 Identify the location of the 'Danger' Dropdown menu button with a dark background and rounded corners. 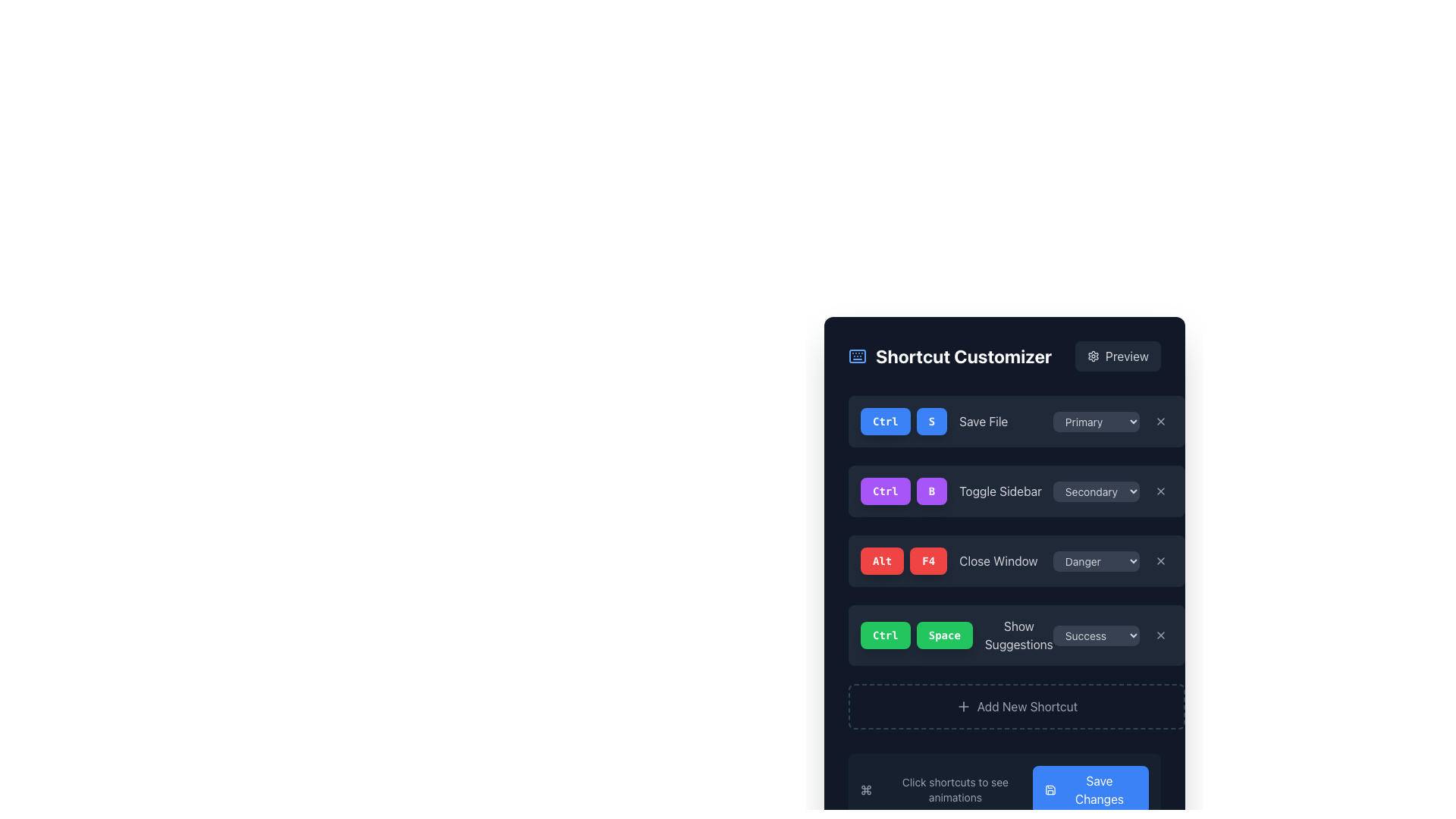
(1112, 561).